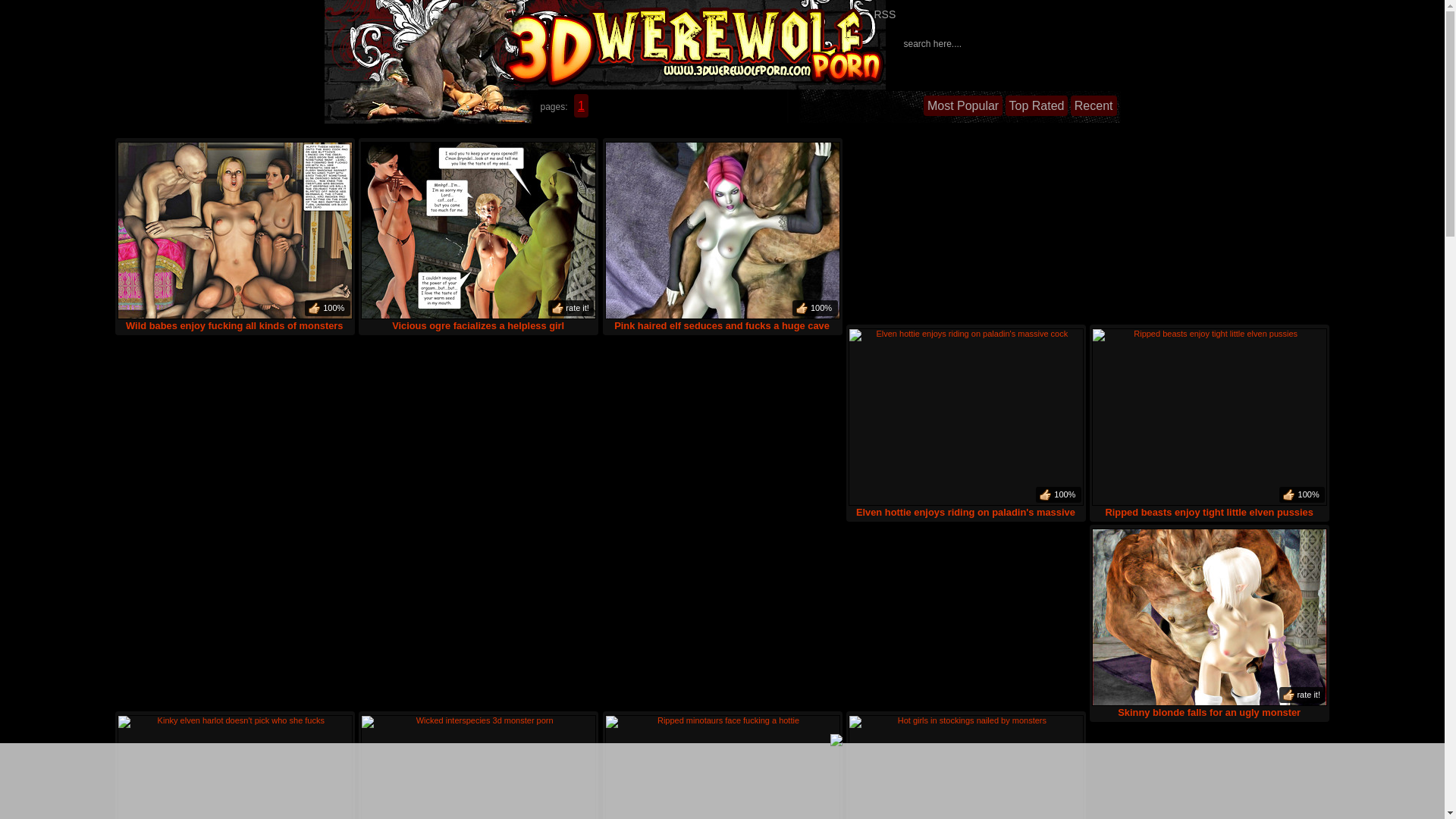 The image size is (1456, 819). What do you see at coordinates (965, 424) in the screenshot?
I see `'Elven hottie enjoys riding on paladin's massive cock'` at bounding box center [965, 424].